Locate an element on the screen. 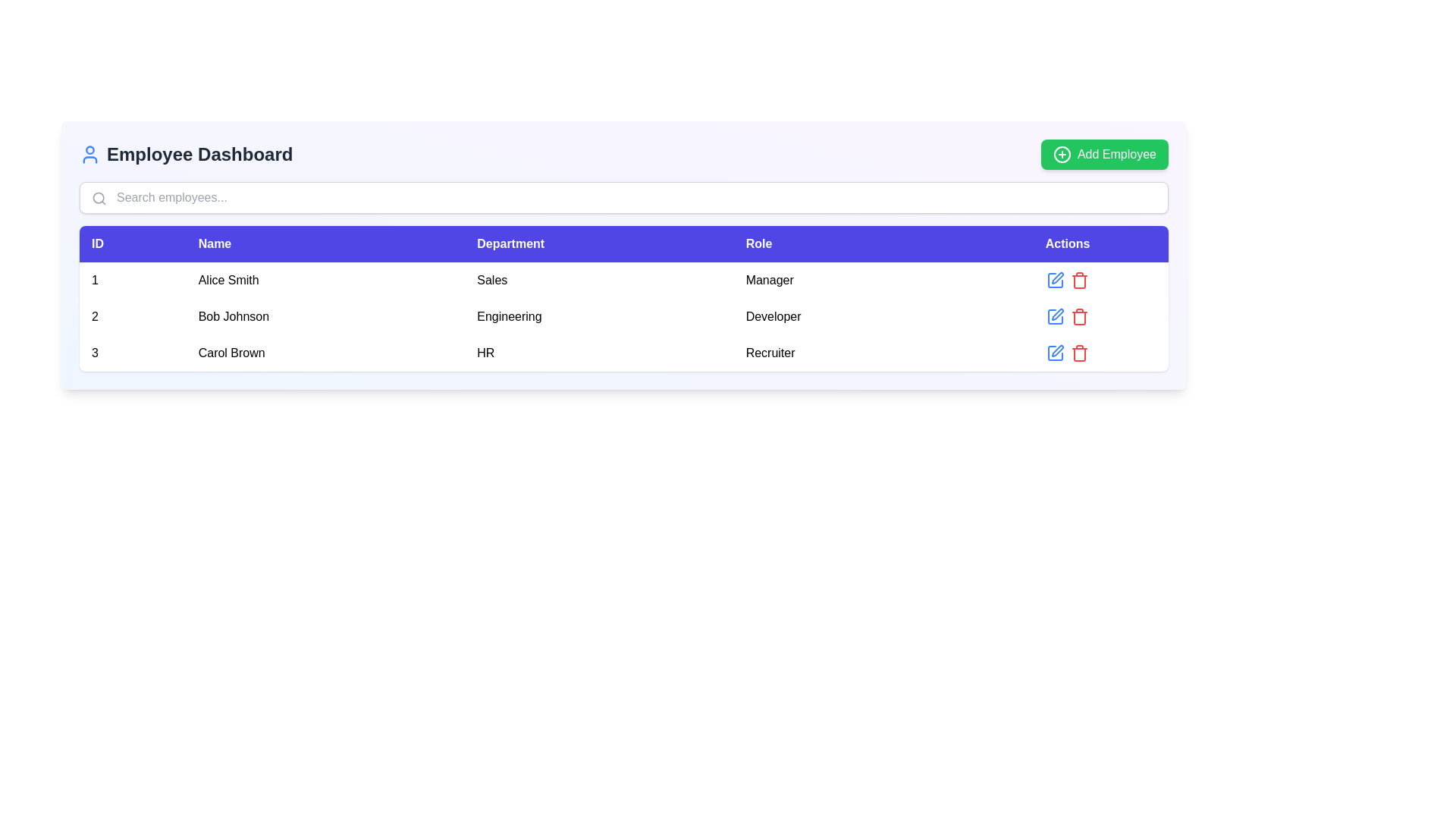  the decorative circle within the 'Add Employee' button located at the top-right corner of the interface is located at coordinates (1062, 155).